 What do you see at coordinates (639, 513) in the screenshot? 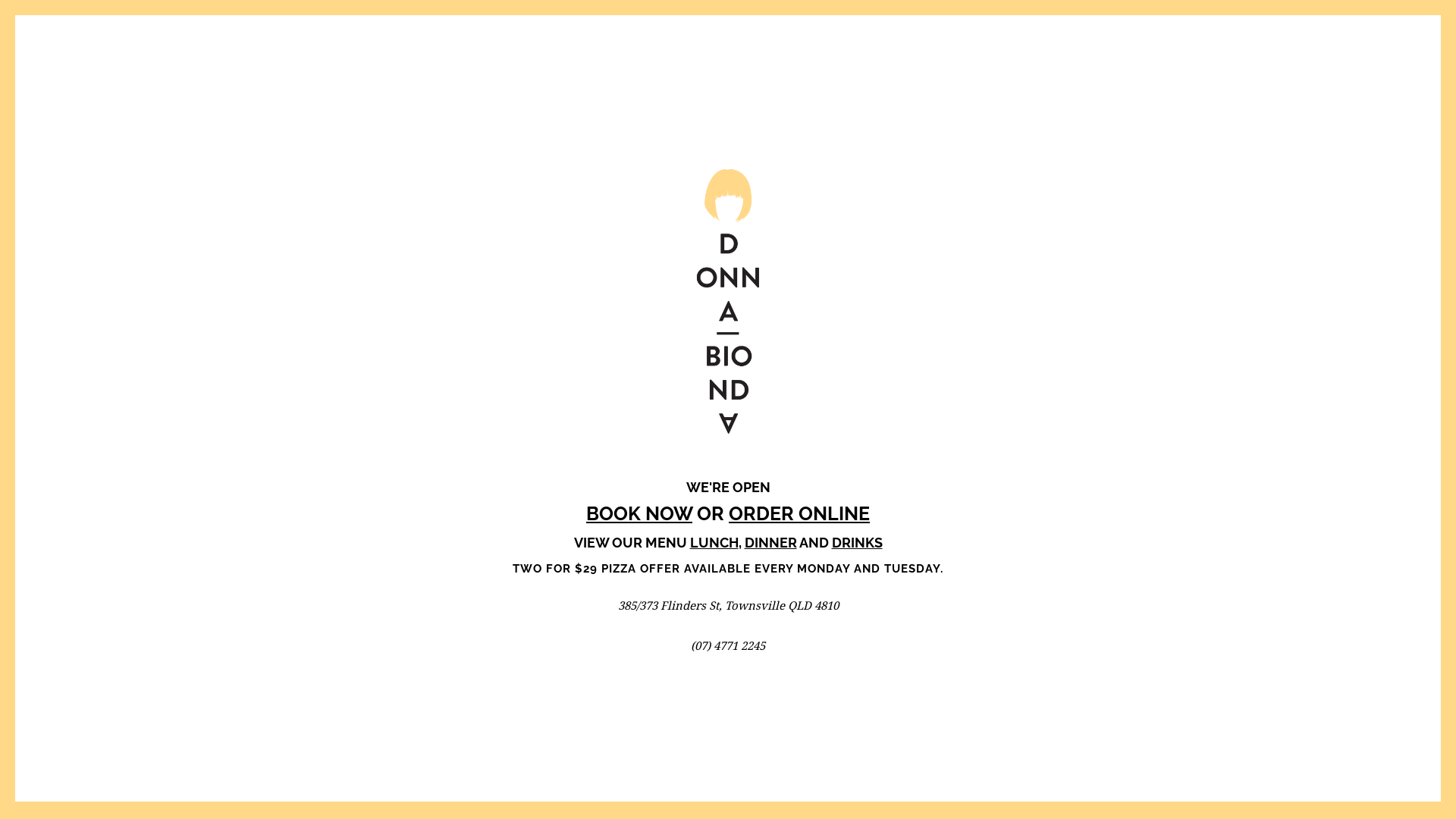
I see `'BOOK NOW'` at bounding box center [639, 513].